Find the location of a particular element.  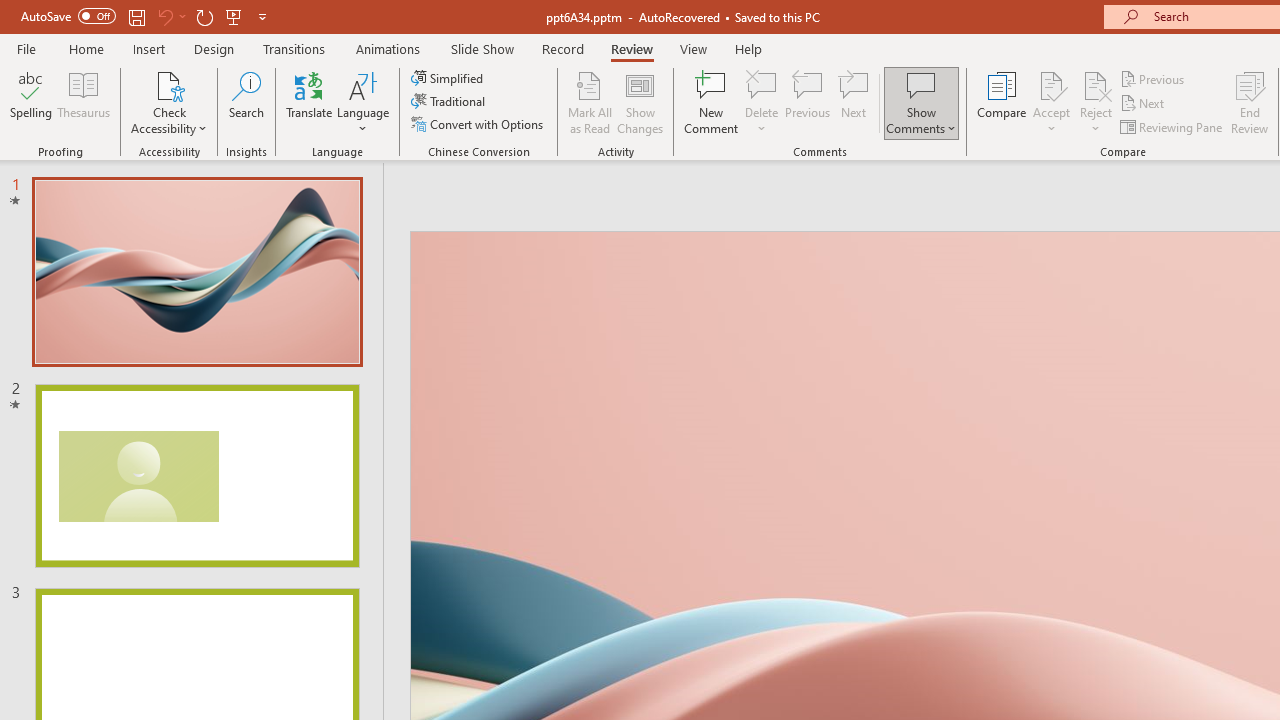

'Reviewing Pane' is located at coordinates (1173, 127).